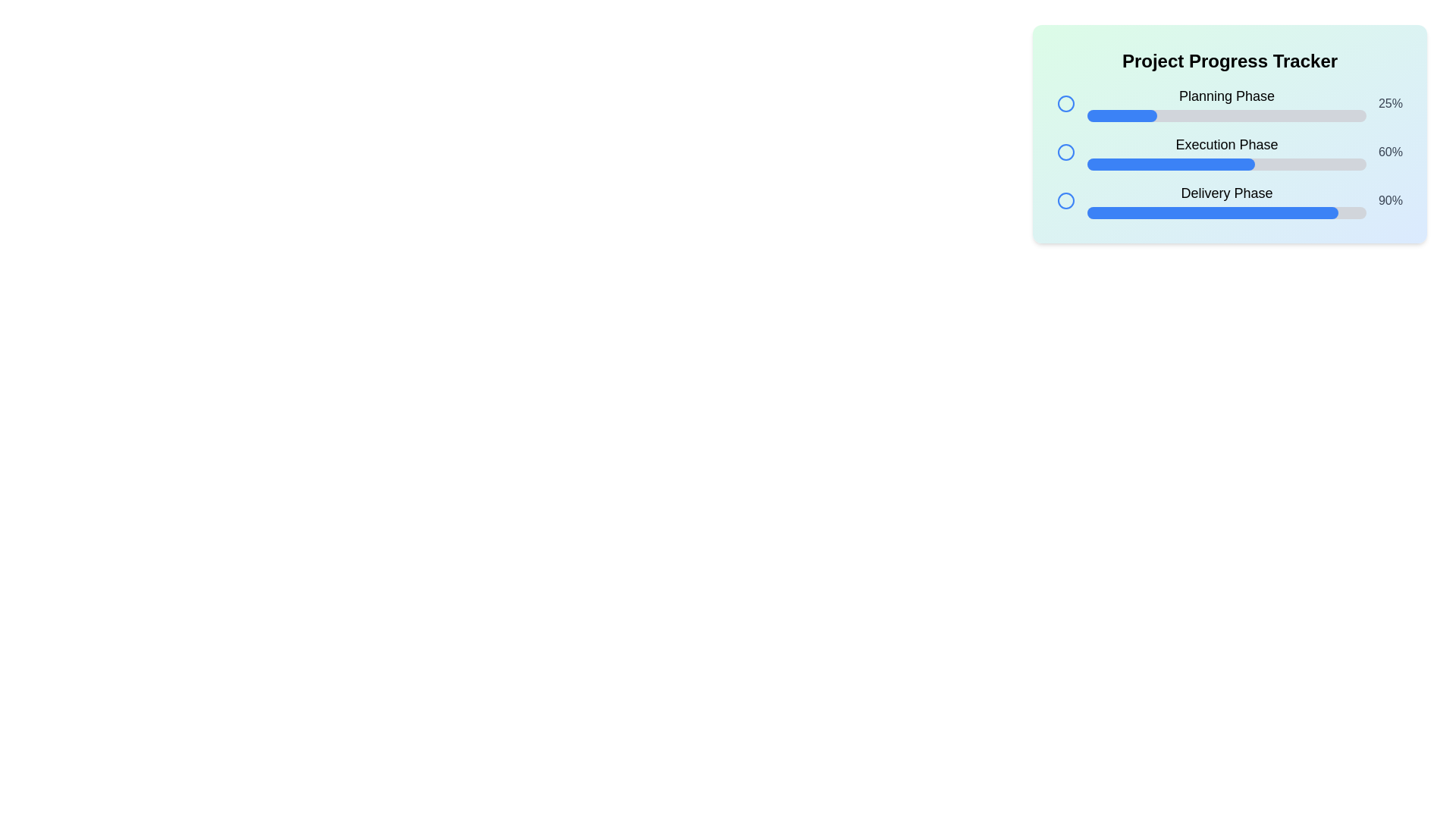 Image resolution: width=1456 pixels, height=819 pixels. Describe the element at coordinates (1390, 200) in the screenshot. I see `the text label displaying '90%' in gray within the 'Delivery Phase' row of the progress tracker` at that location.